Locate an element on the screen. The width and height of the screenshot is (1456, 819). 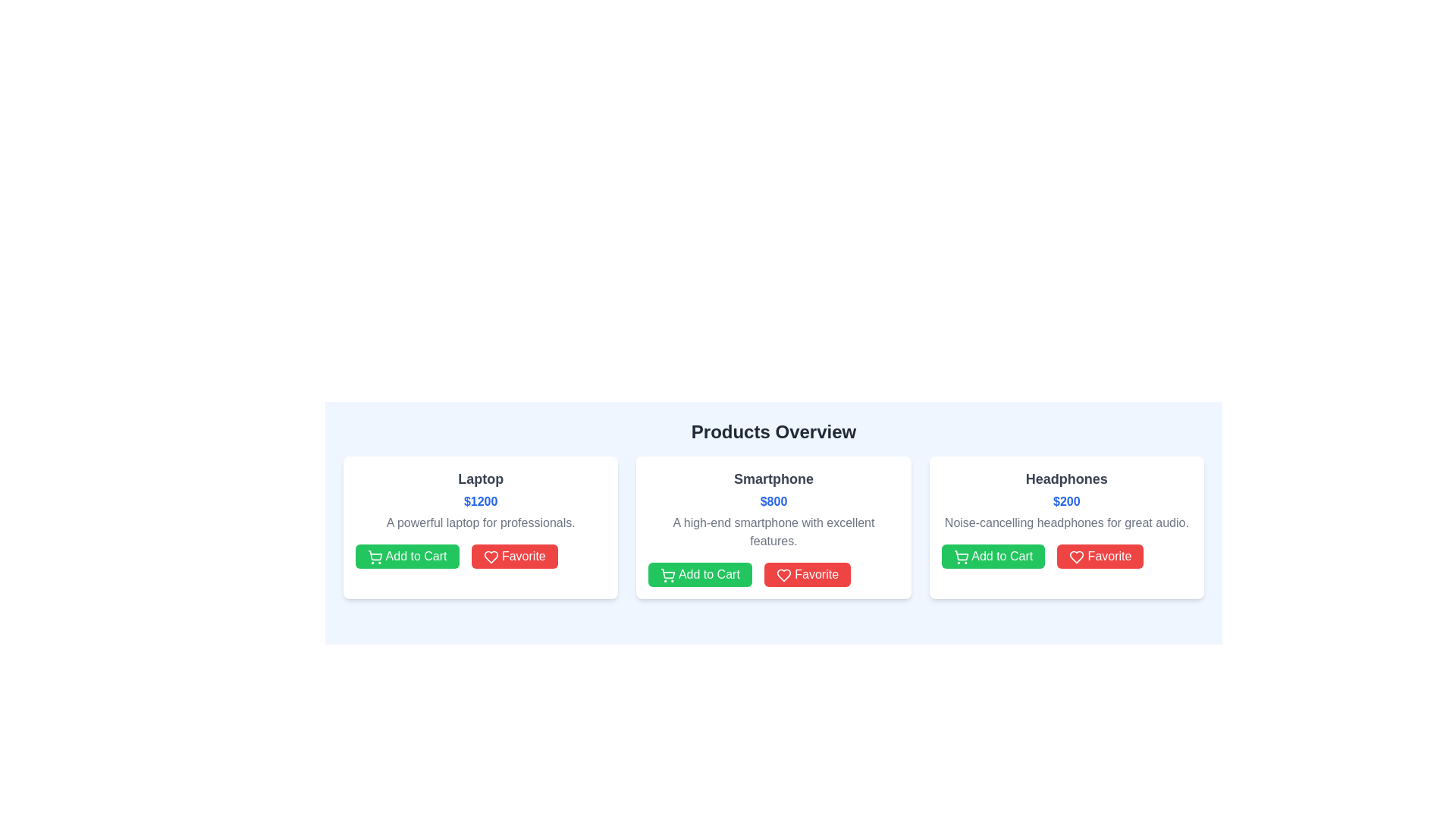
the 'Add to Cart' button for the product 'Laptop' is located at coordinates (407, 556).